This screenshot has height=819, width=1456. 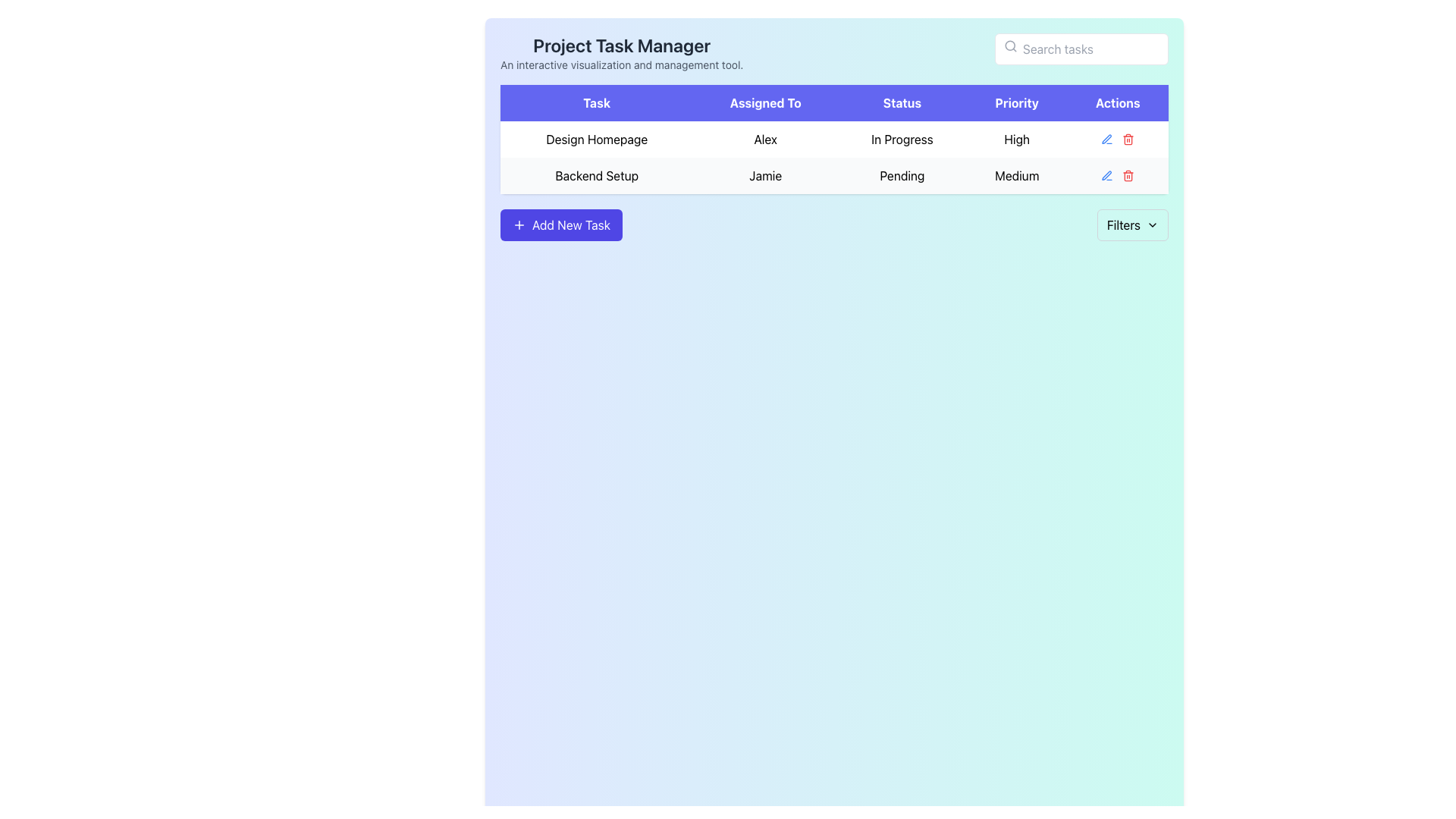 What do you see at coordinates (1132, 225) in the screenshot?
I see `the 'Filters' button` at bounding box center [1132, 225].